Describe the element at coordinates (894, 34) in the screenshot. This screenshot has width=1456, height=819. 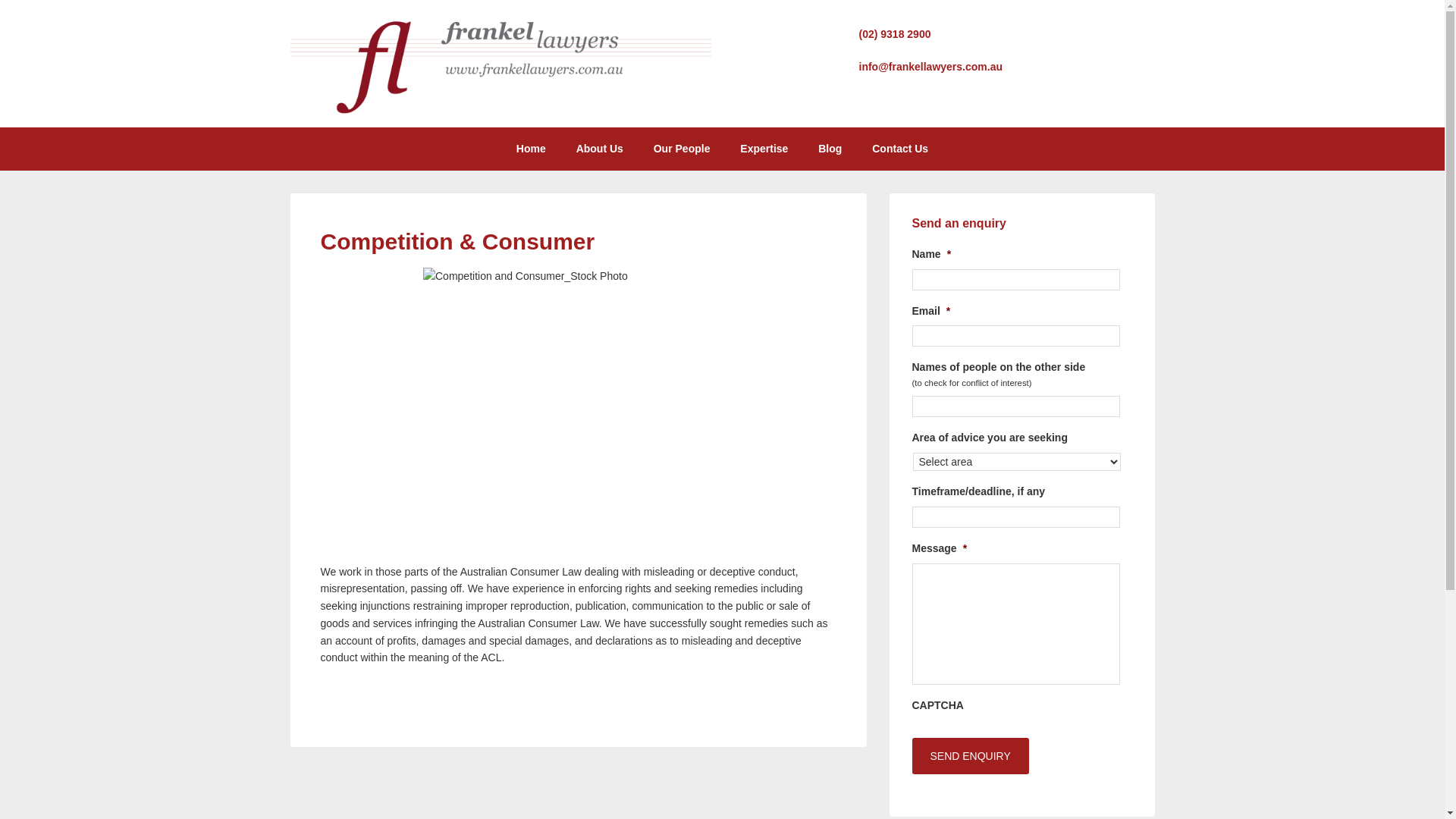
I see `'(02) 9318 2900'` at that location.